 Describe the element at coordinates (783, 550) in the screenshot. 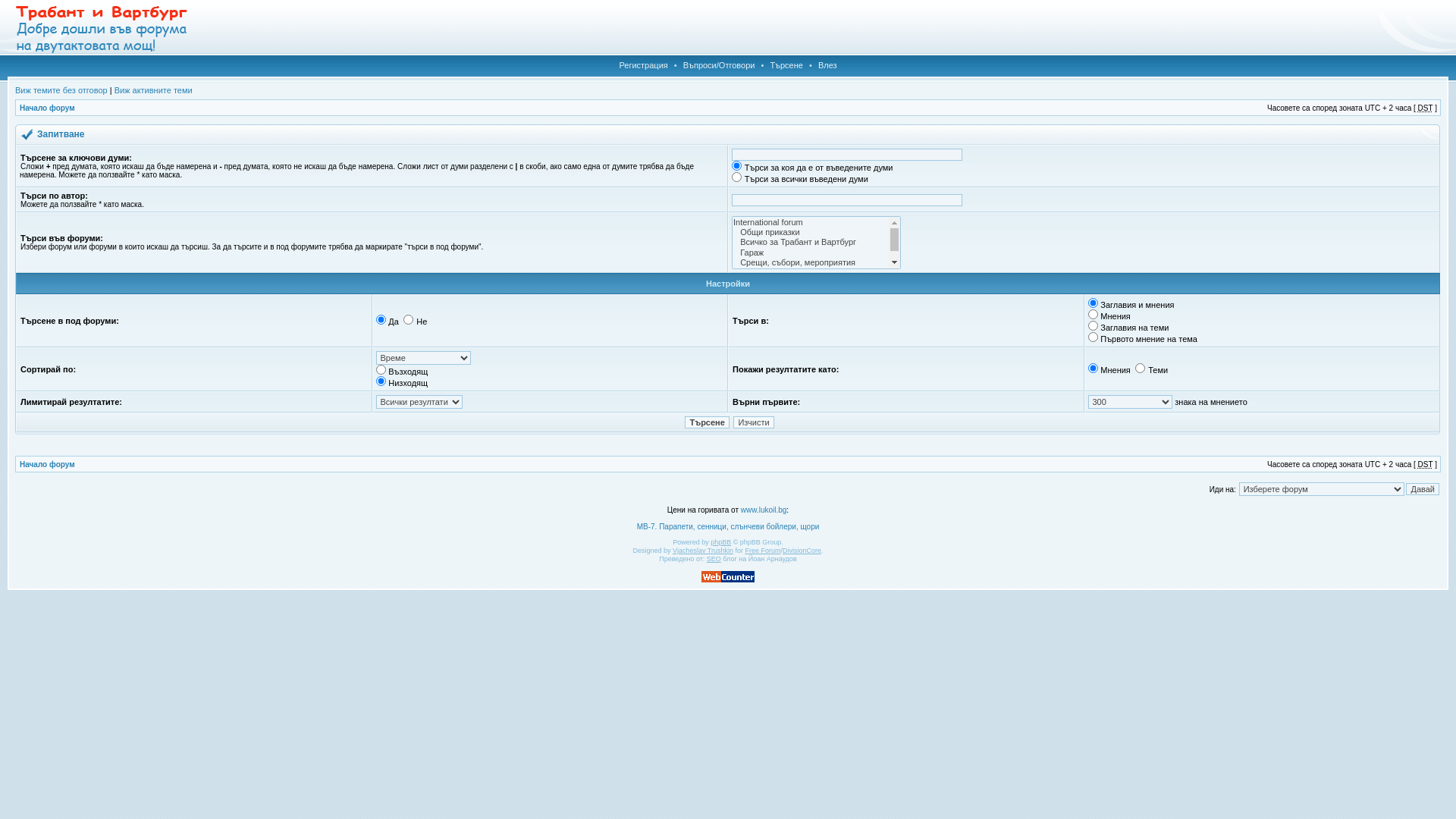

I see `'DivisionCore'` at that location.